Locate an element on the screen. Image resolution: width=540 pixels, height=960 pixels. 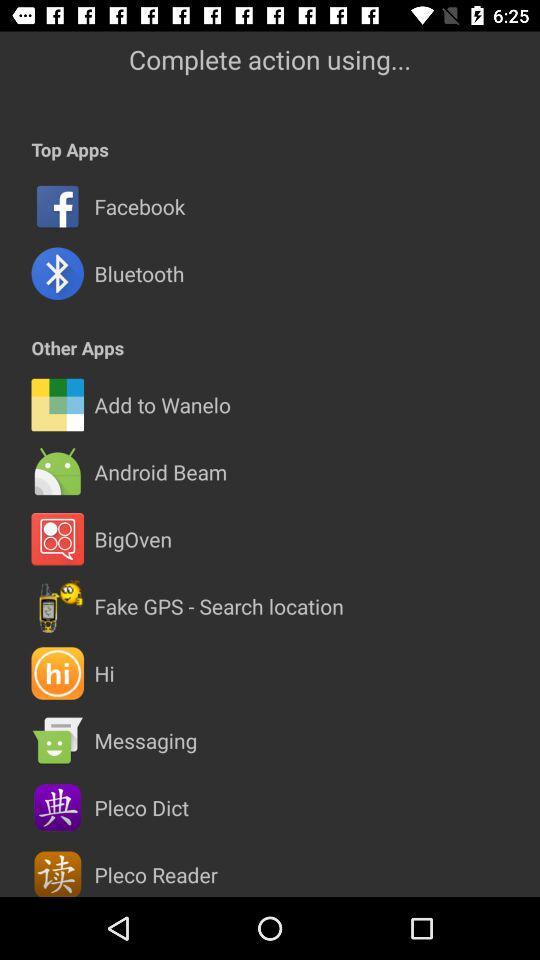
the message icon is located at coordinates (57, 739).